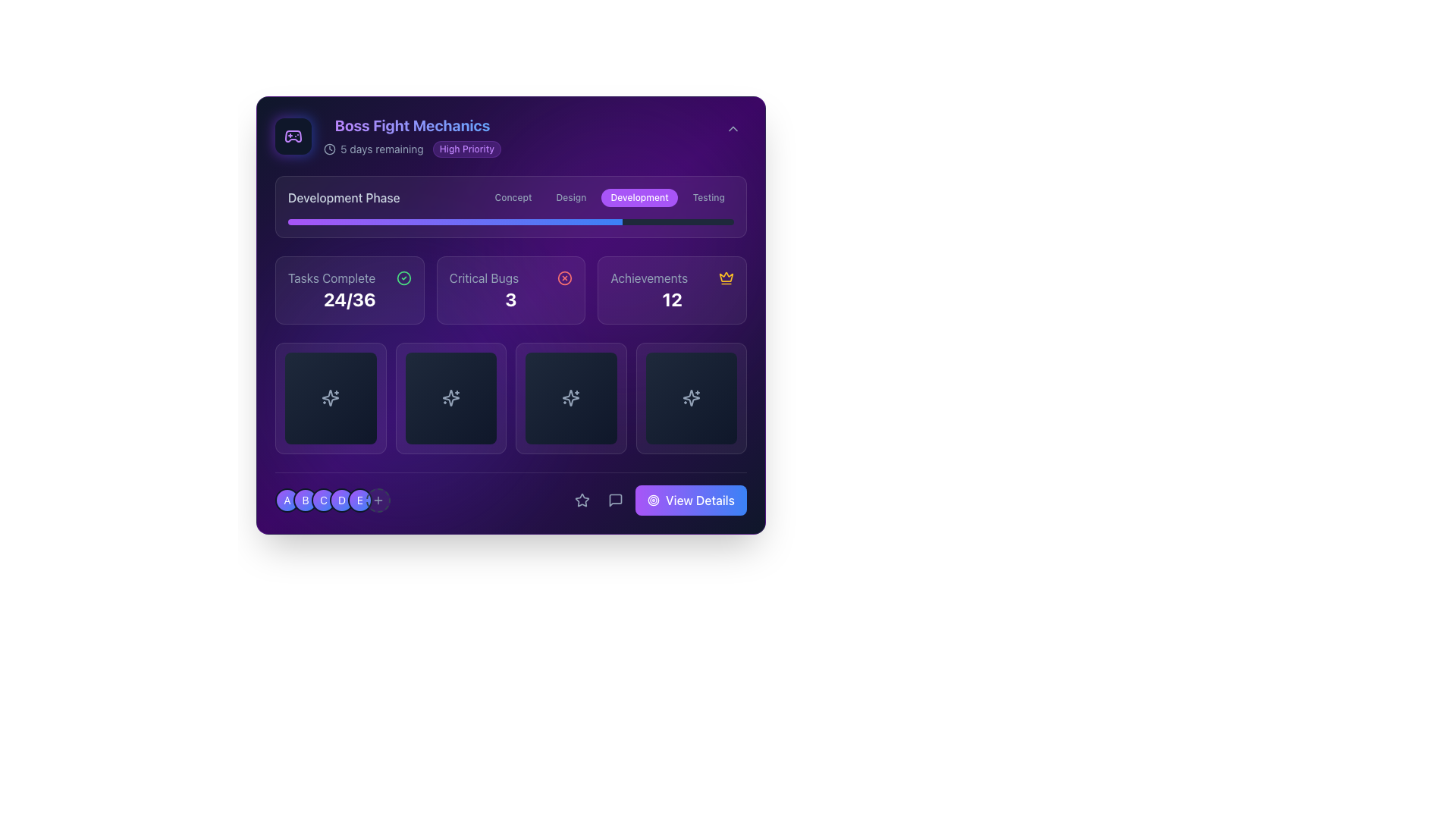  What do you see at coordinates (330, 397) in the screenshot?
I see `the decorative sparkle icon located in the second row of the grid layout as the second element from the left` at bounding box center [330, 397].